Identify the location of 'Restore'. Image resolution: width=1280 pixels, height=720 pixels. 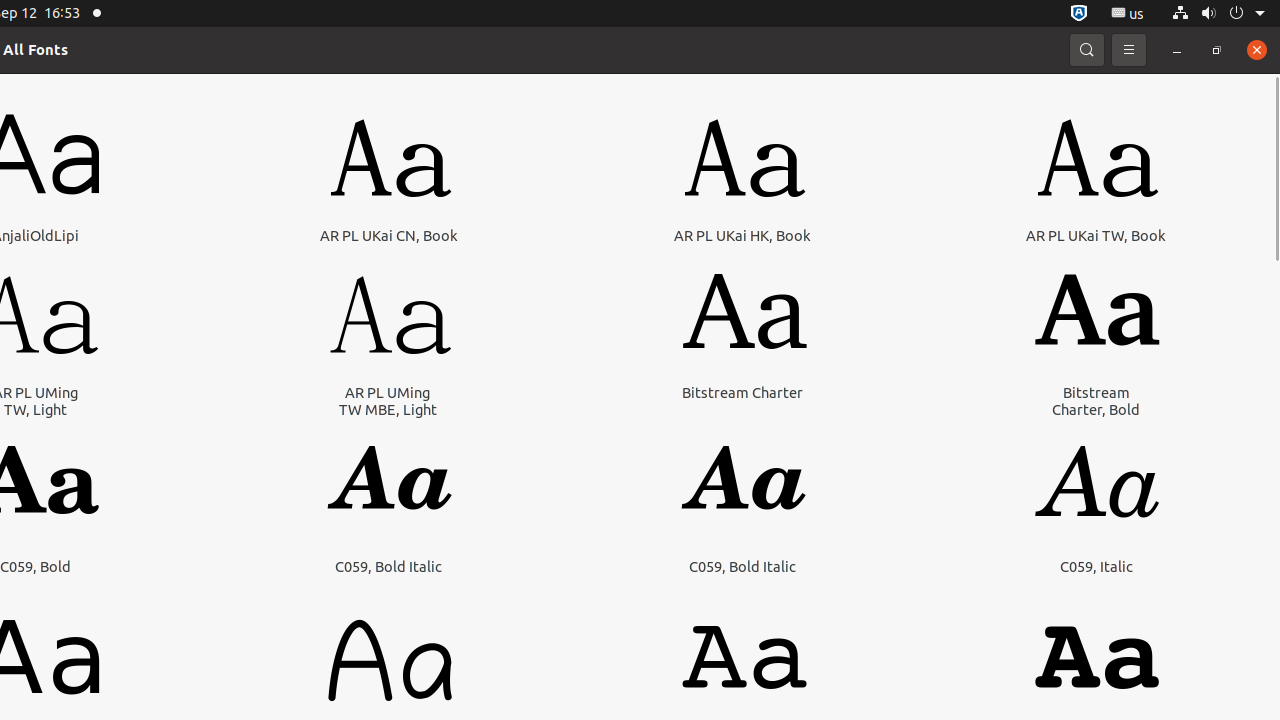
(1216, 48).